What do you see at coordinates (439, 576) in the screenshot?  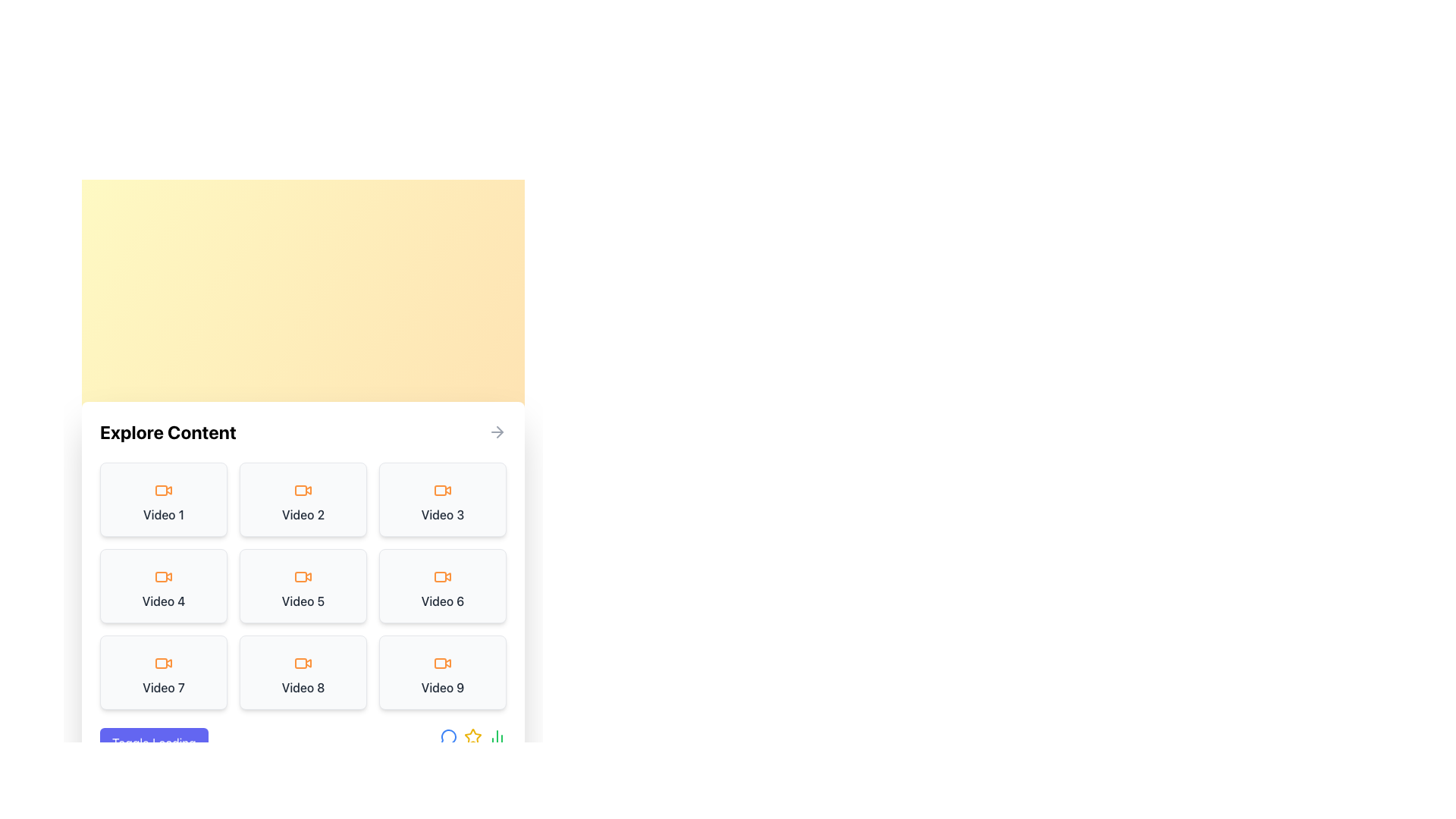 I see `the icon representing a video item in the grid, located at the sixth position in a three-by-three grid layout, specifically in the second row and third column` at bounding box center [439, 576].